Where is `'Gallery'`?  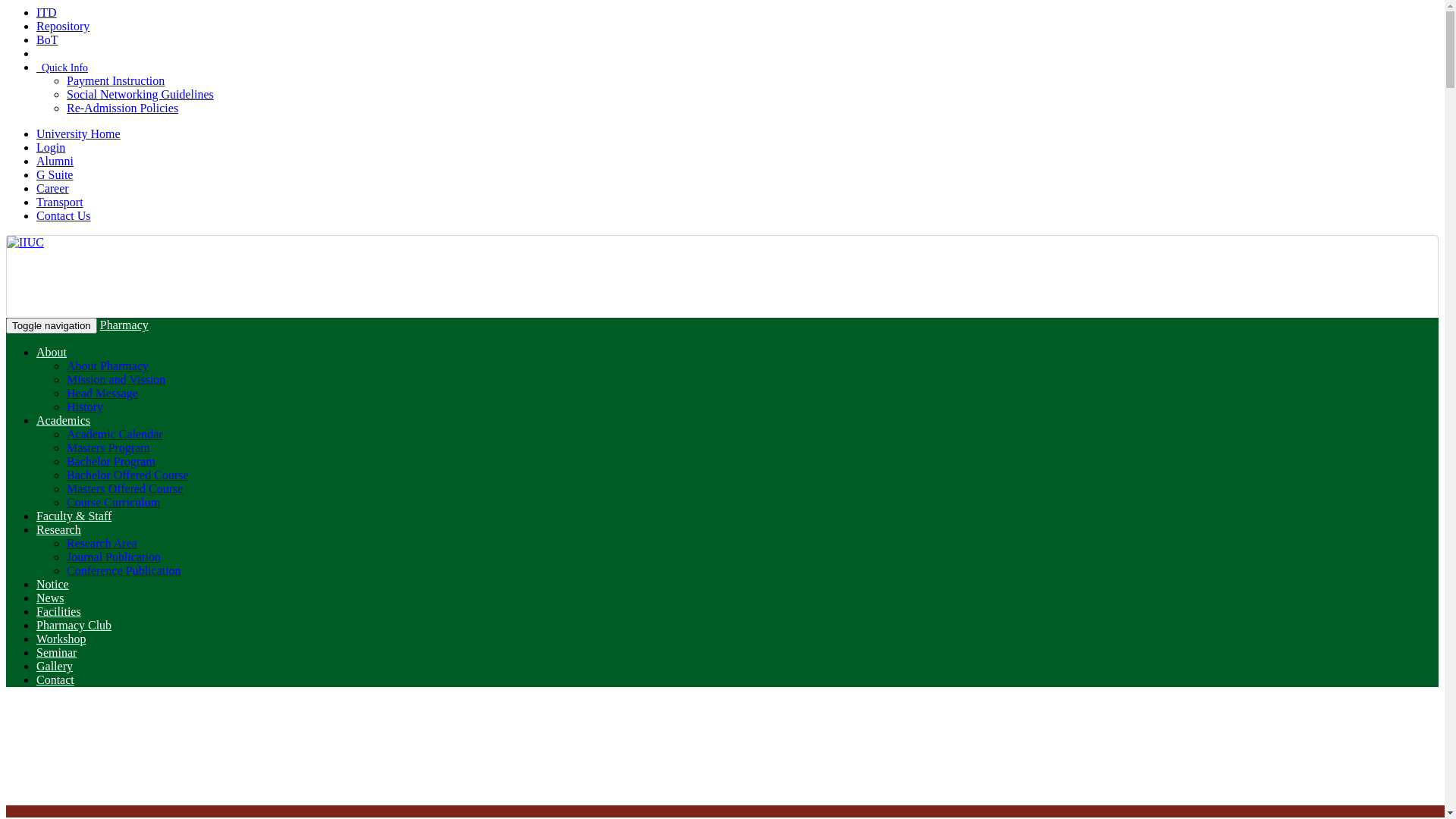 'Gallery' is located at coordinates (55, 665).